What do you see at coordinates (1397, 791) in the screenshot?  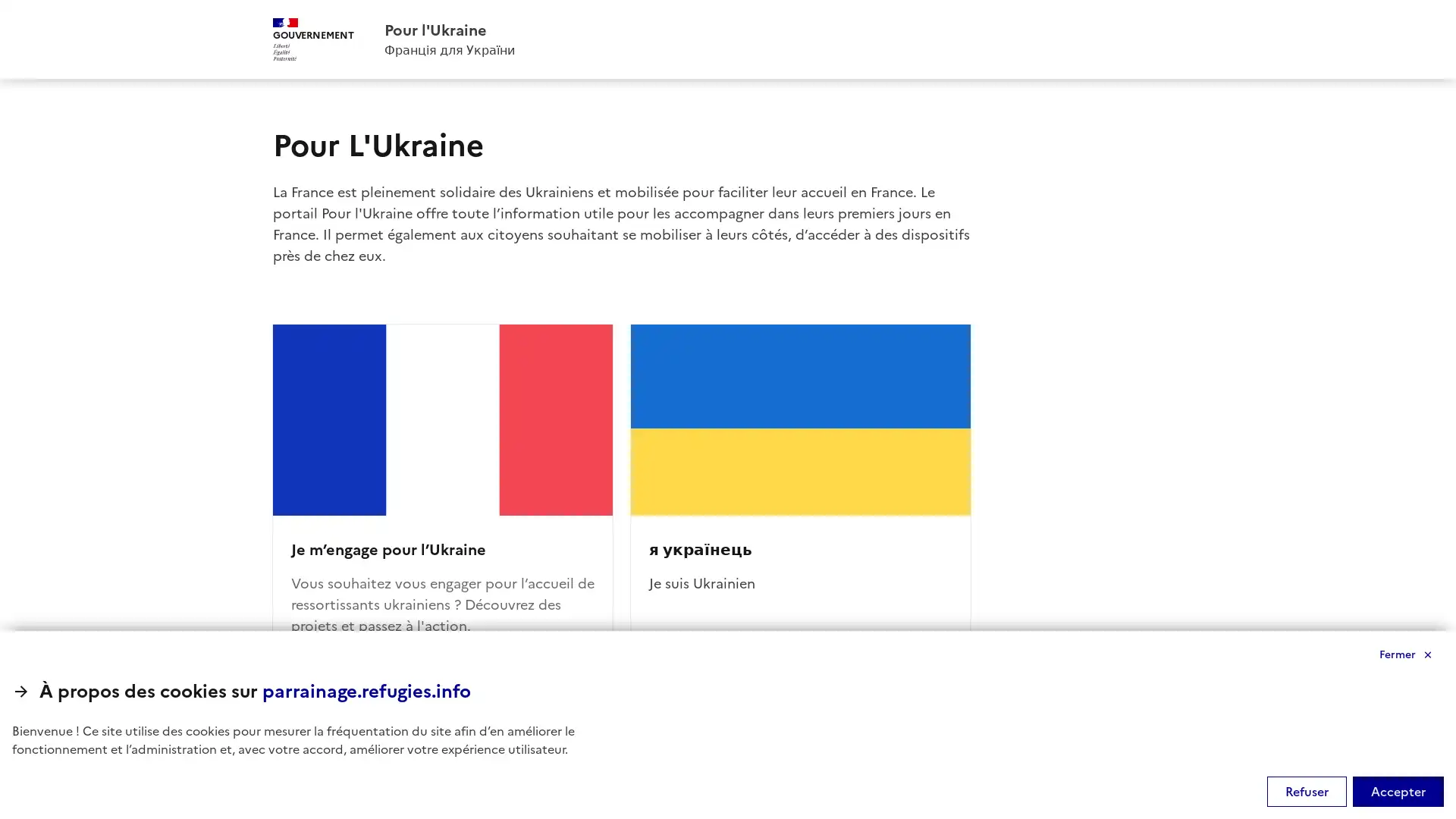 I see `Accepter` at bounding box center [1397, 791].